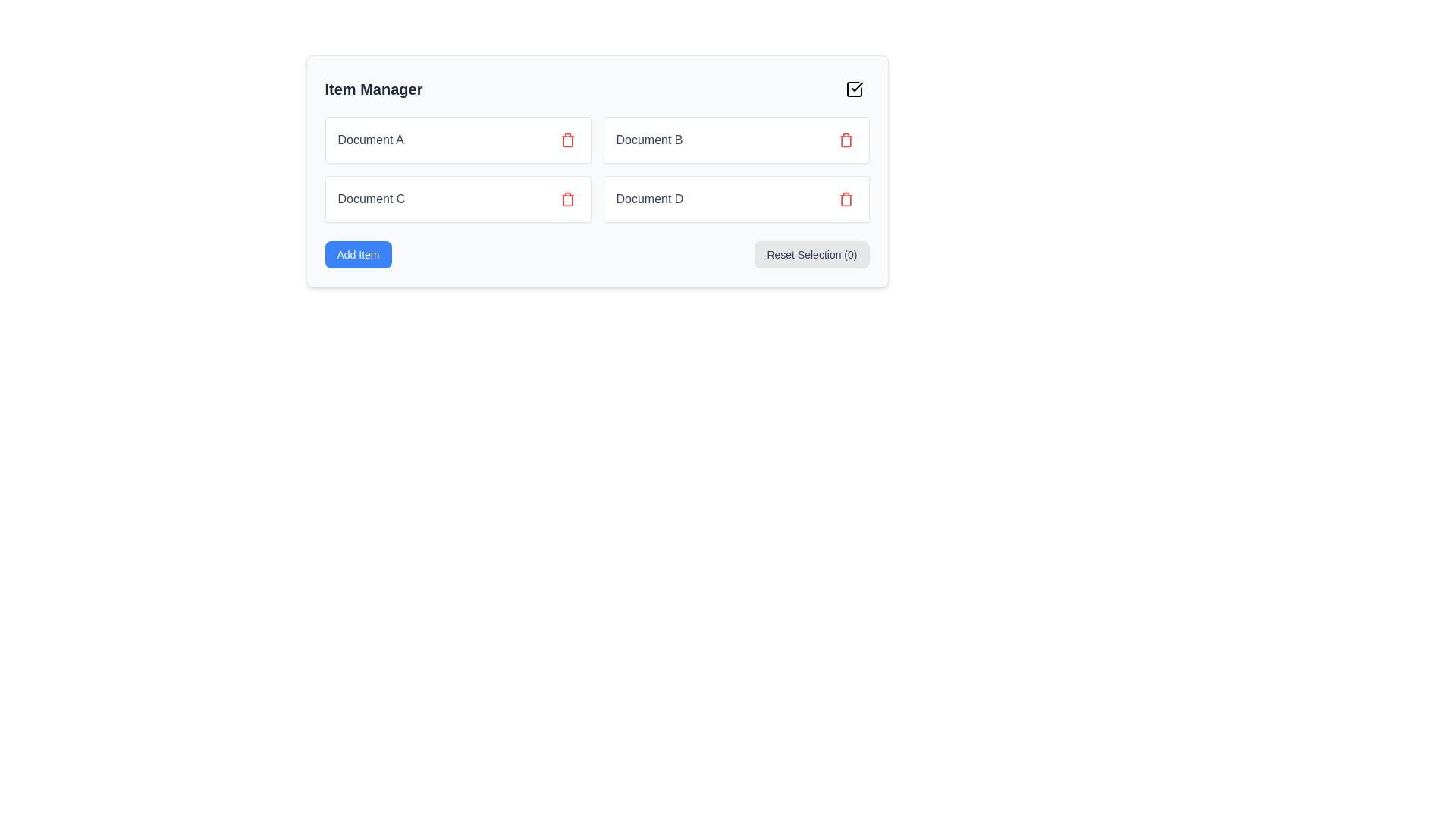 Image resolution: width=1456 pixels, height=819 pixels. What do you see at coordinates (845, 198) in the screenshot?
I see `the delete icon located to the right of the 'Document D' label` at bounding box center [845, 198].